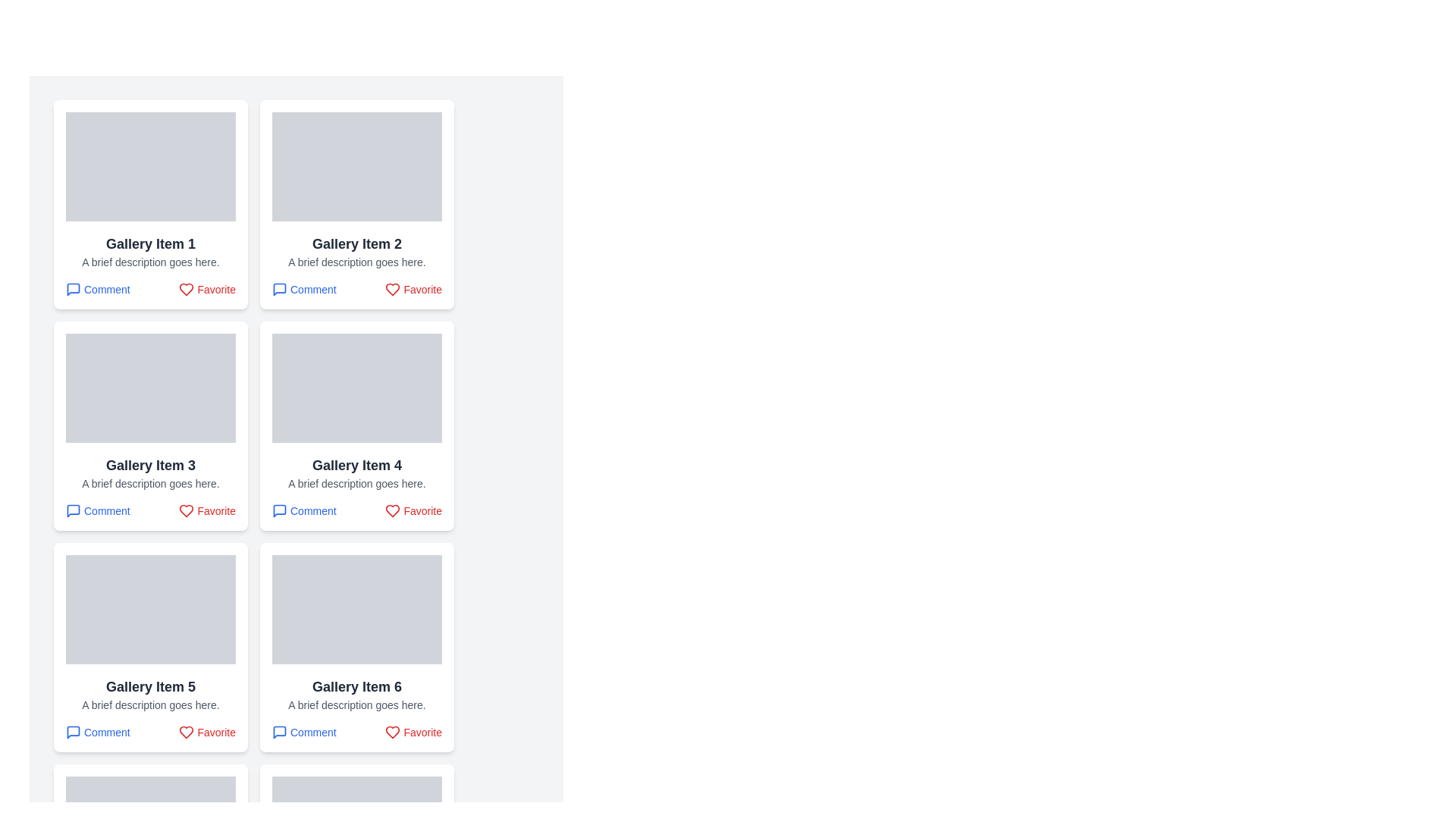 Image resolution: width=1456 pixels, height=819 pixels. What do you see at coordinates (356, 483) in the screenshot?
I see `text label that provides a brief description located under the heading 'Gallery Item 4' in the fourth item of the grid layout` at bounding box center [356, 483].